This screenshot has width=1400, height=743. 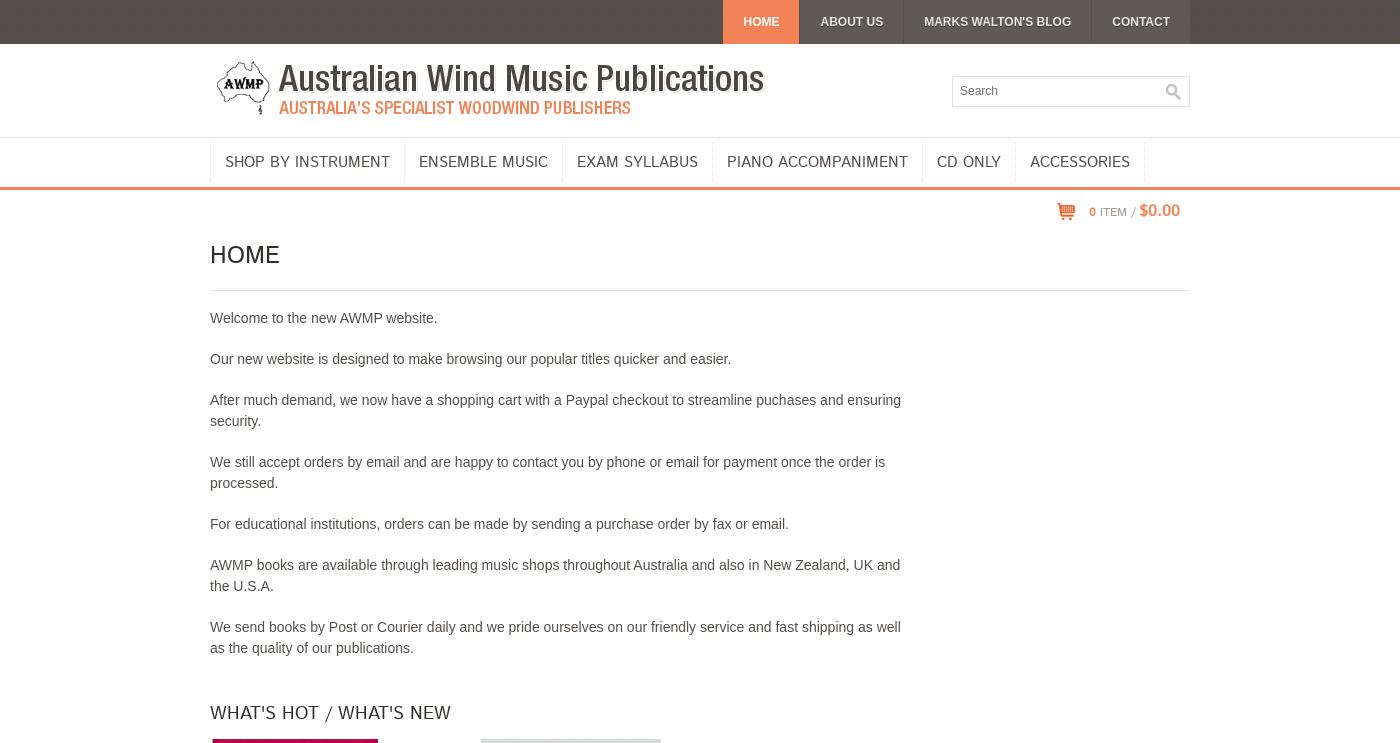 What do you see at coordinates (816, 161) in the screenshot?
I see `'Piano Accompaniment'` at bounding box center [816, 161].